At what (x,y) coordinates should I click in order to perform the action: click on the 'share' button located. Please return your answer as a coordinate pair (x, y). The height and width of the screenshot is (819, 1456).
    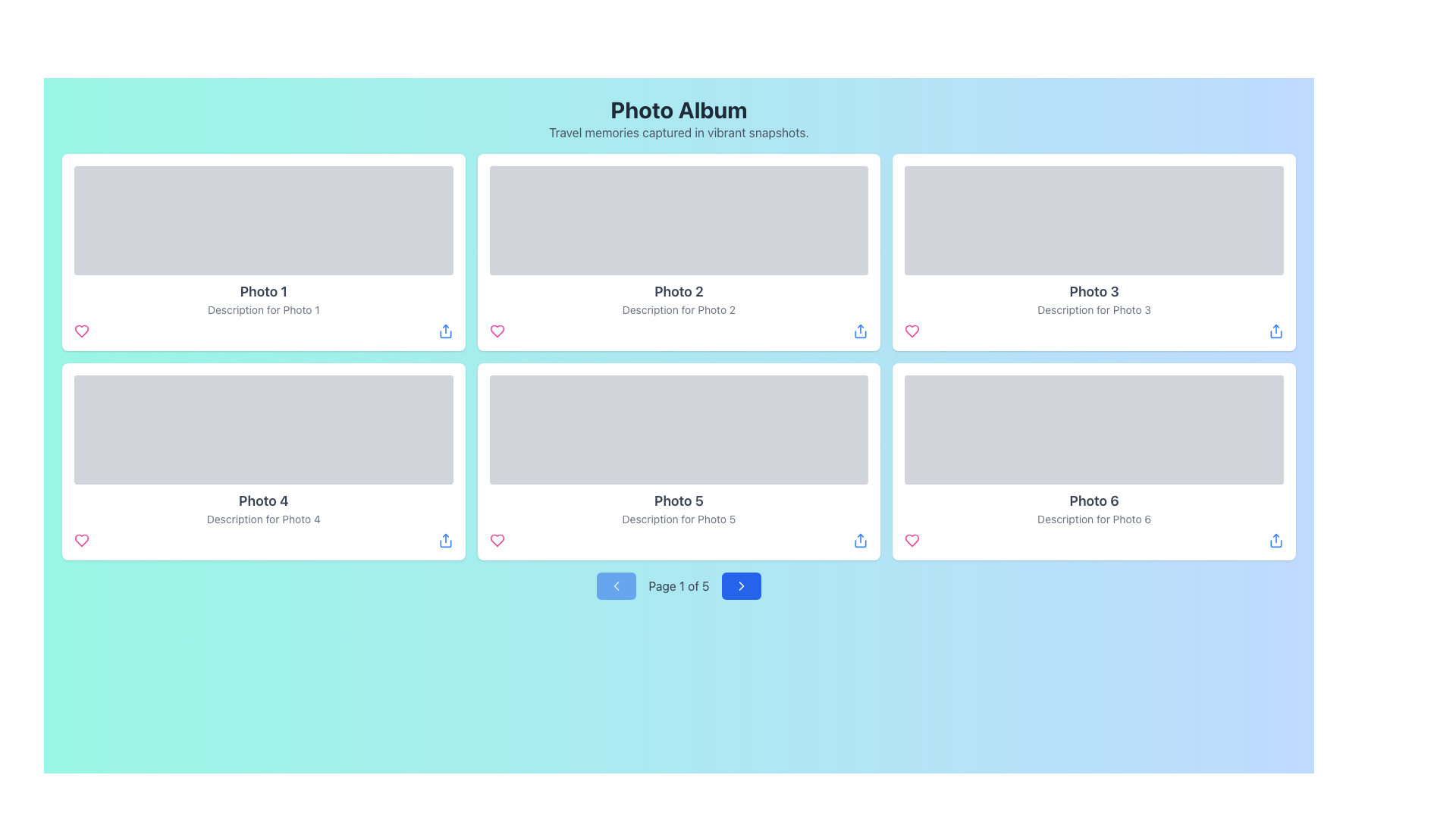
    Looking at the image, I should click on (860, 540).